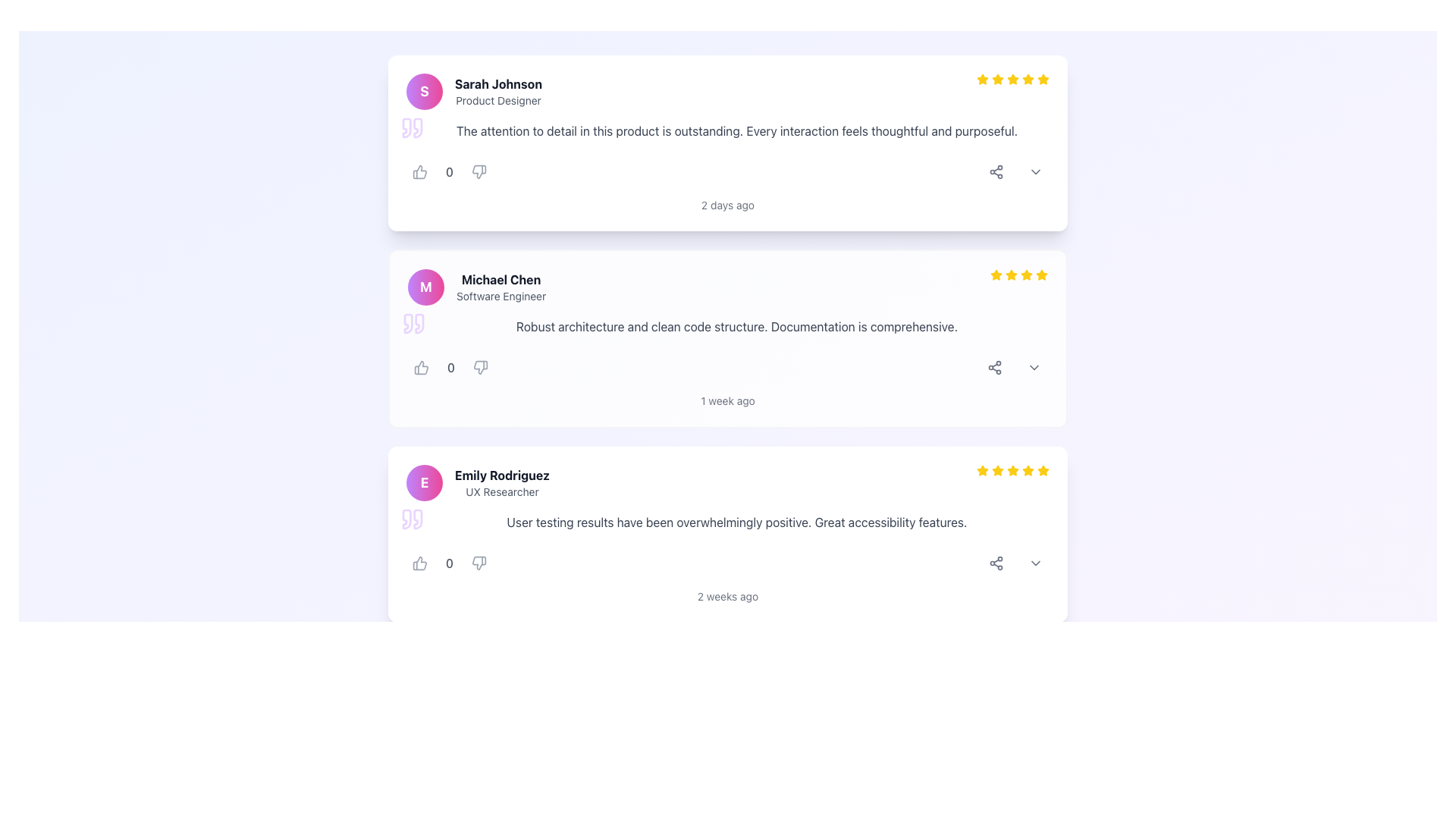  I want to click on the fifth star icon in the five-star rating system, located at the bottom of the review card to the right of the comment text, so click(1043, 470).